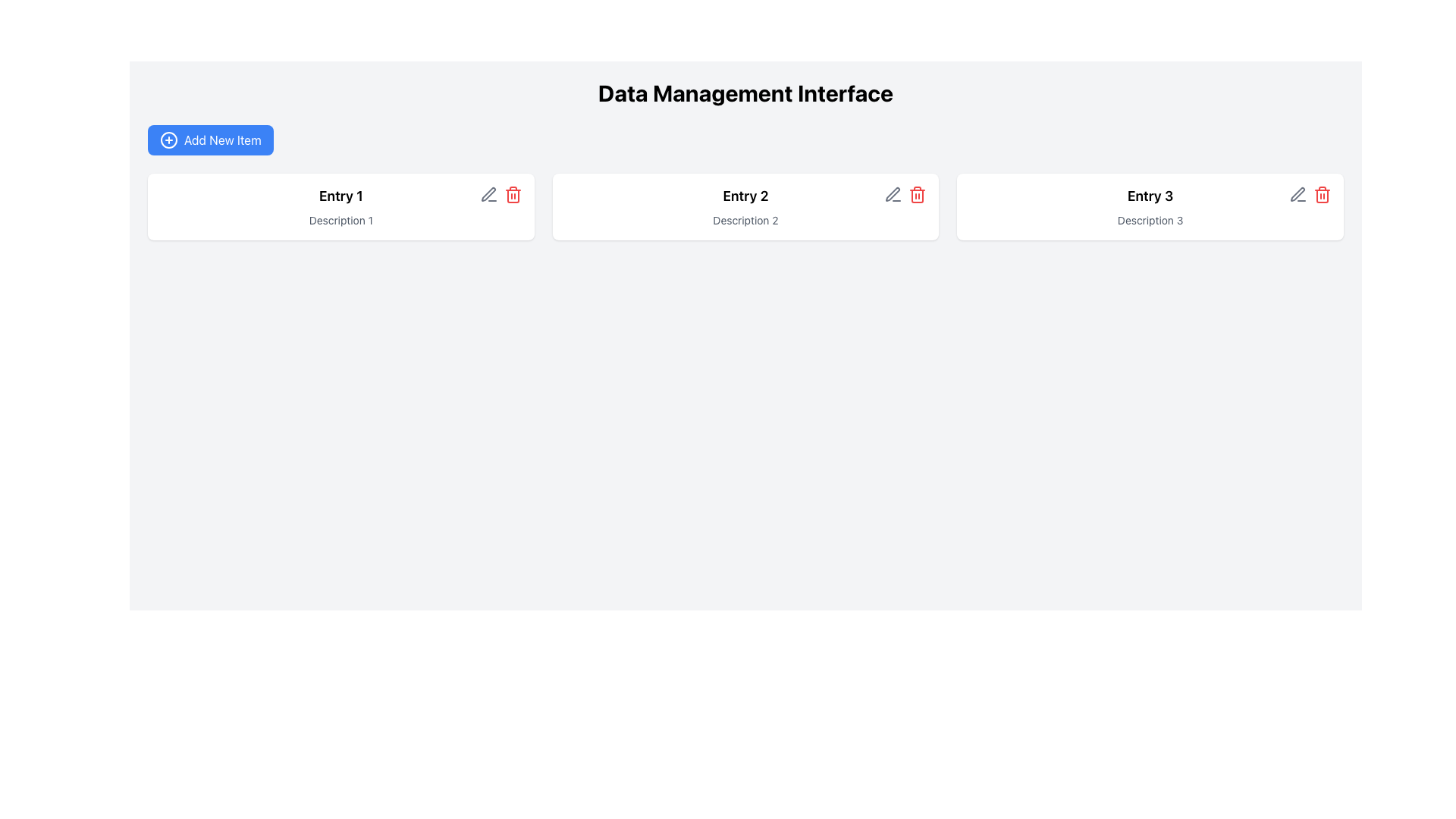 This screenshot has width=1456, height=819. Describe the element at coordinates (745, 220) in the screenshot. I see `the text label displaying 'Description 2', which is styled with a smaller font size and a subtle gray color, located beneath the heading 'Entry 2' in the middle panel` at that location.